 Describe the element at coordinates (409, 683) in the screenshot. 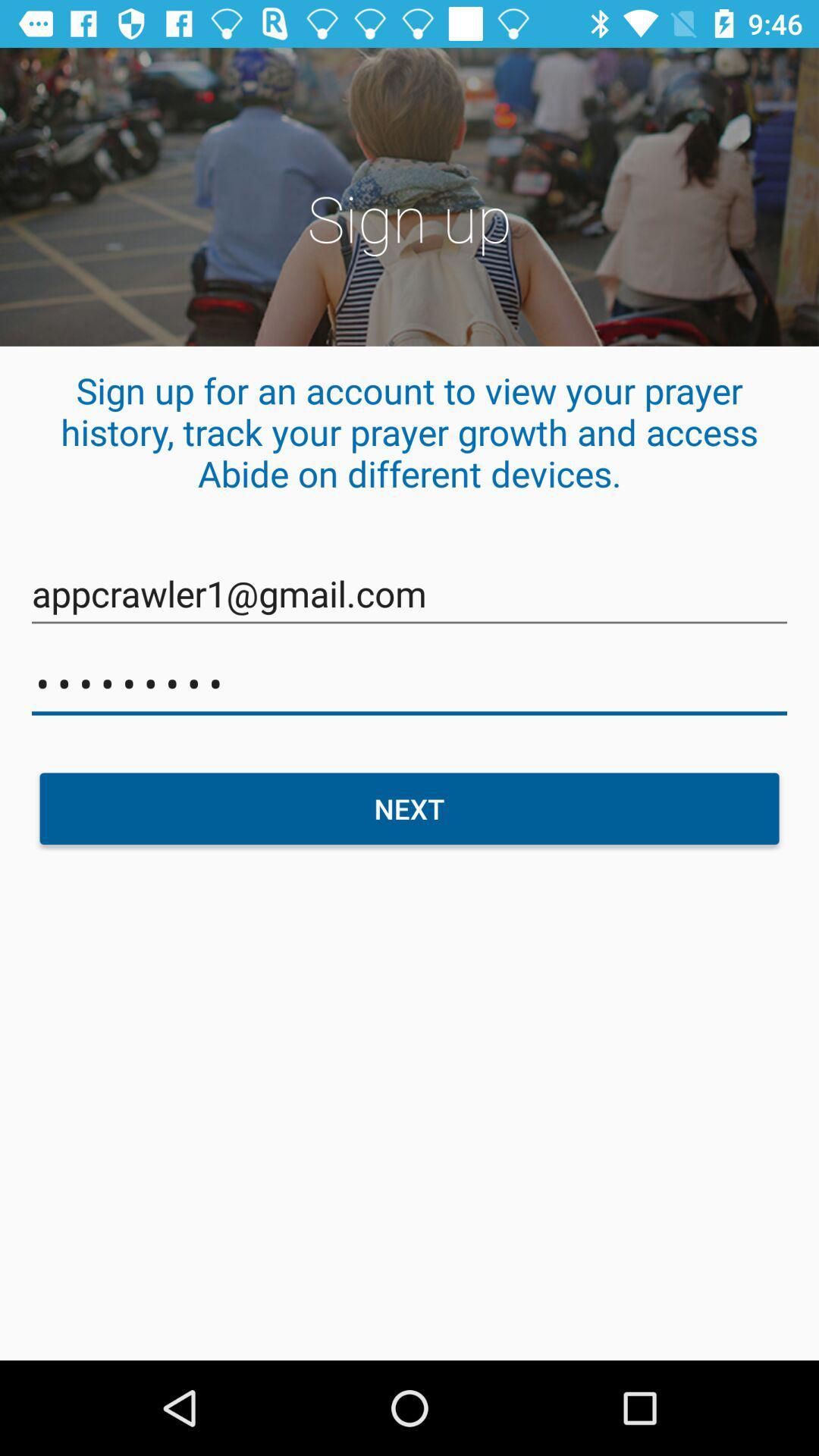

I see `icon below the appcrawler1@gmail.com icon` at that location.